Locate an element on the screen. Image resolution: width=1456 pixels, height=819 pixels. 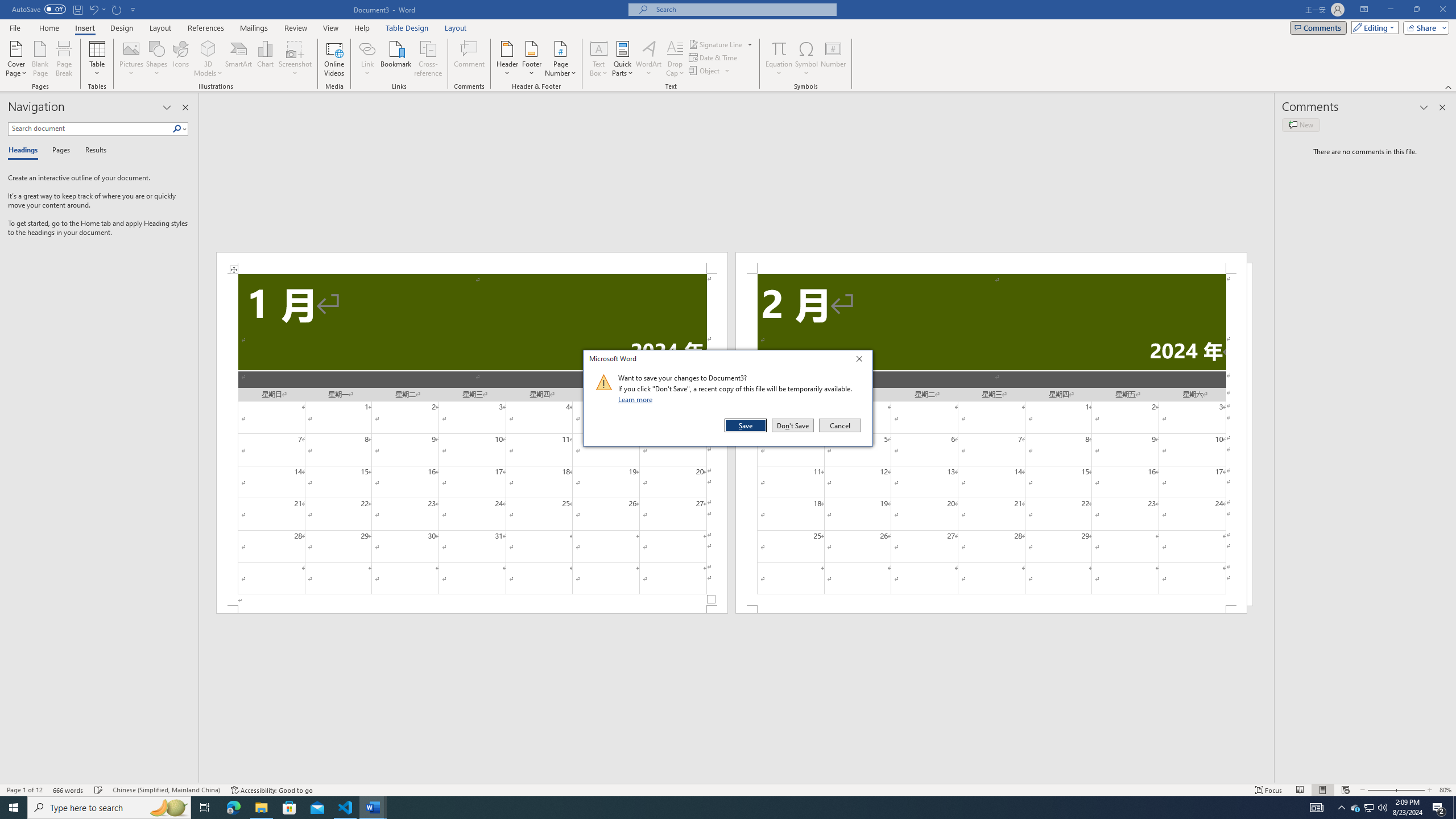
'Object...' is located at coordinates (709, 69).